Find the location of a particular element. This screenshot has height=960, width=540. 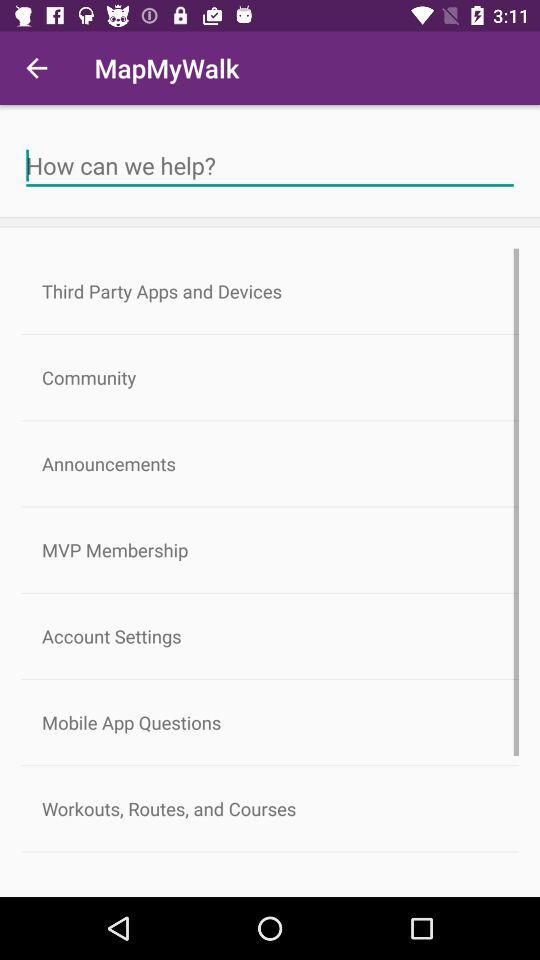

help is located at coordinates (270, 165).